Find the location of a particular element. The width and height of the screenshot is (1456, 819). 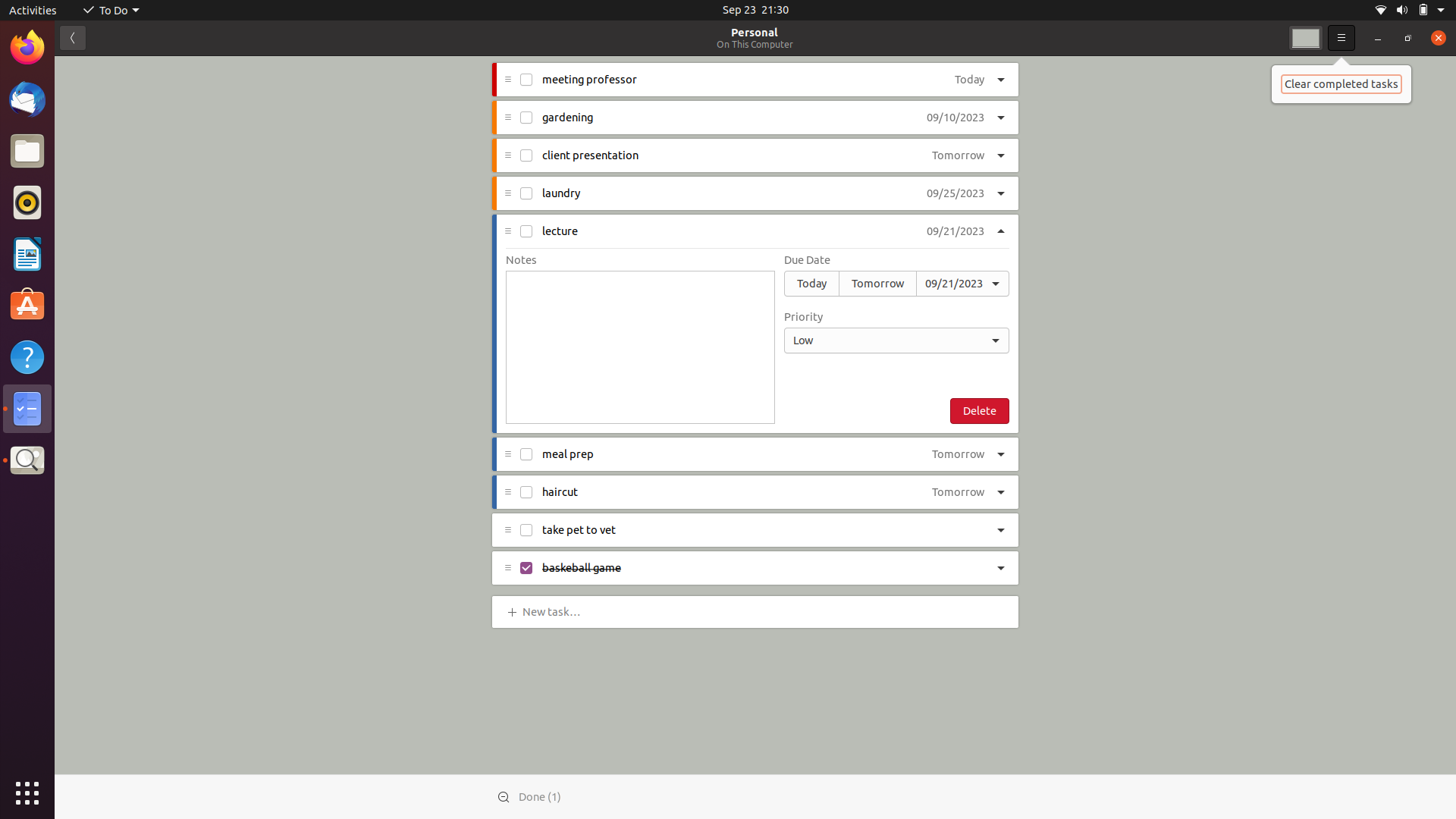

Schedule "gardening" for the upcoming week is located at coordinates (954, 118).